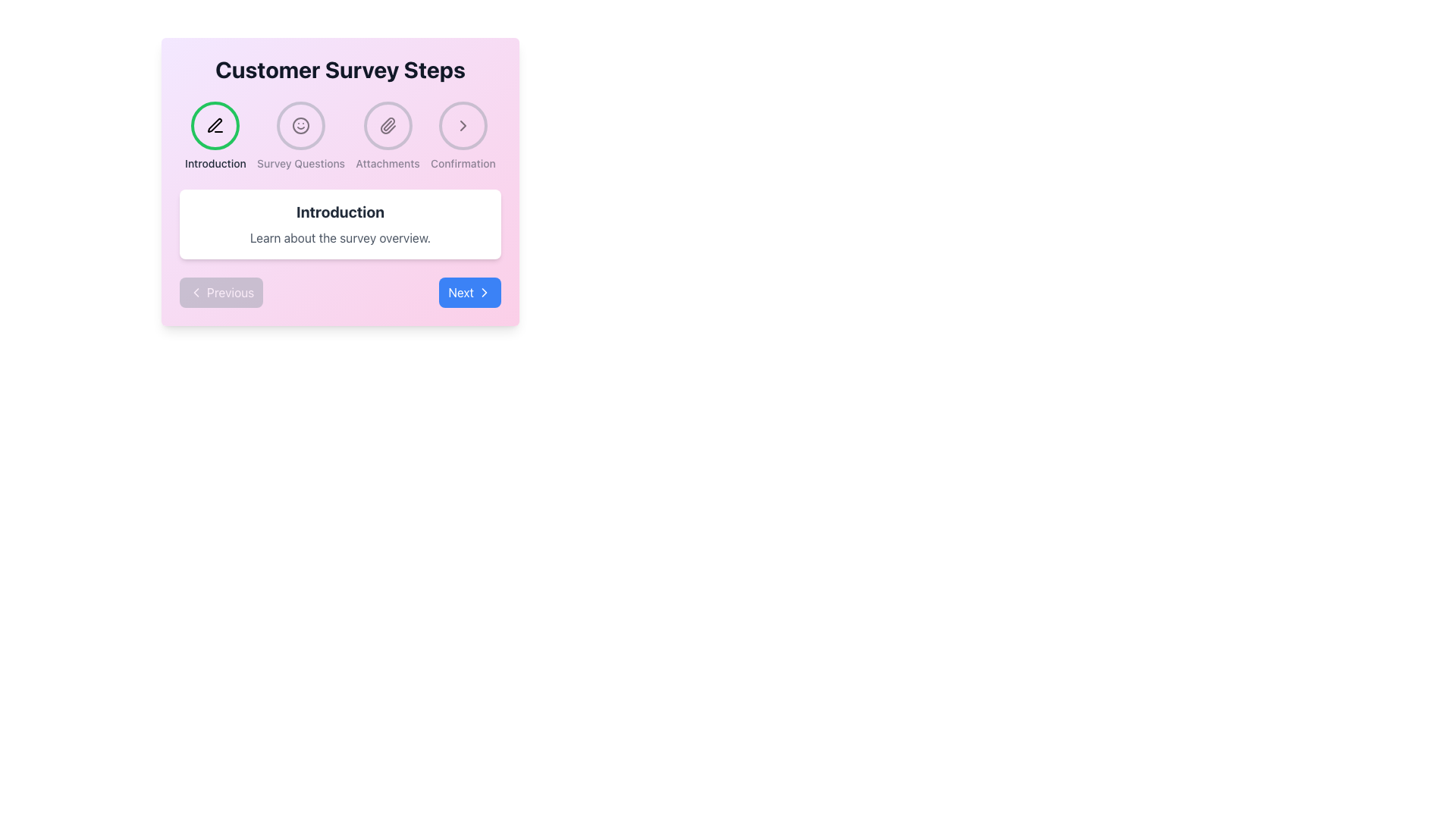 This screenshot has width=1456, height=819. What do you see at coordinates (388, 124) in the screenshot?
I see `the static paperclip icon indicating the 'Attachments' step in the multi-step customer survey process` at bounding box center [388, 124].